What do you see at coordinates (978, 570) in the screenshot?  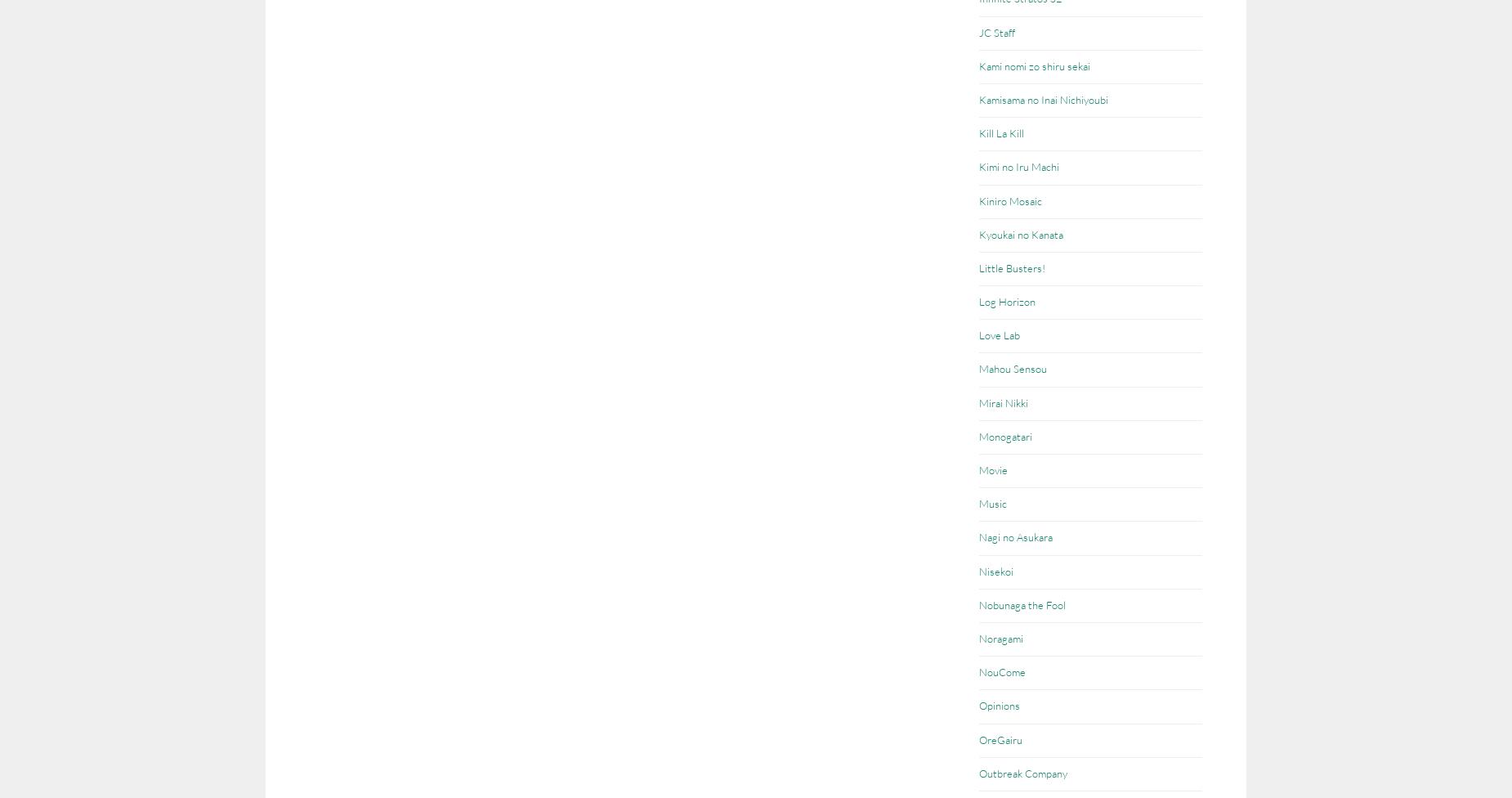 I see `'Nisekoi'` at bounding box center [978, 570].